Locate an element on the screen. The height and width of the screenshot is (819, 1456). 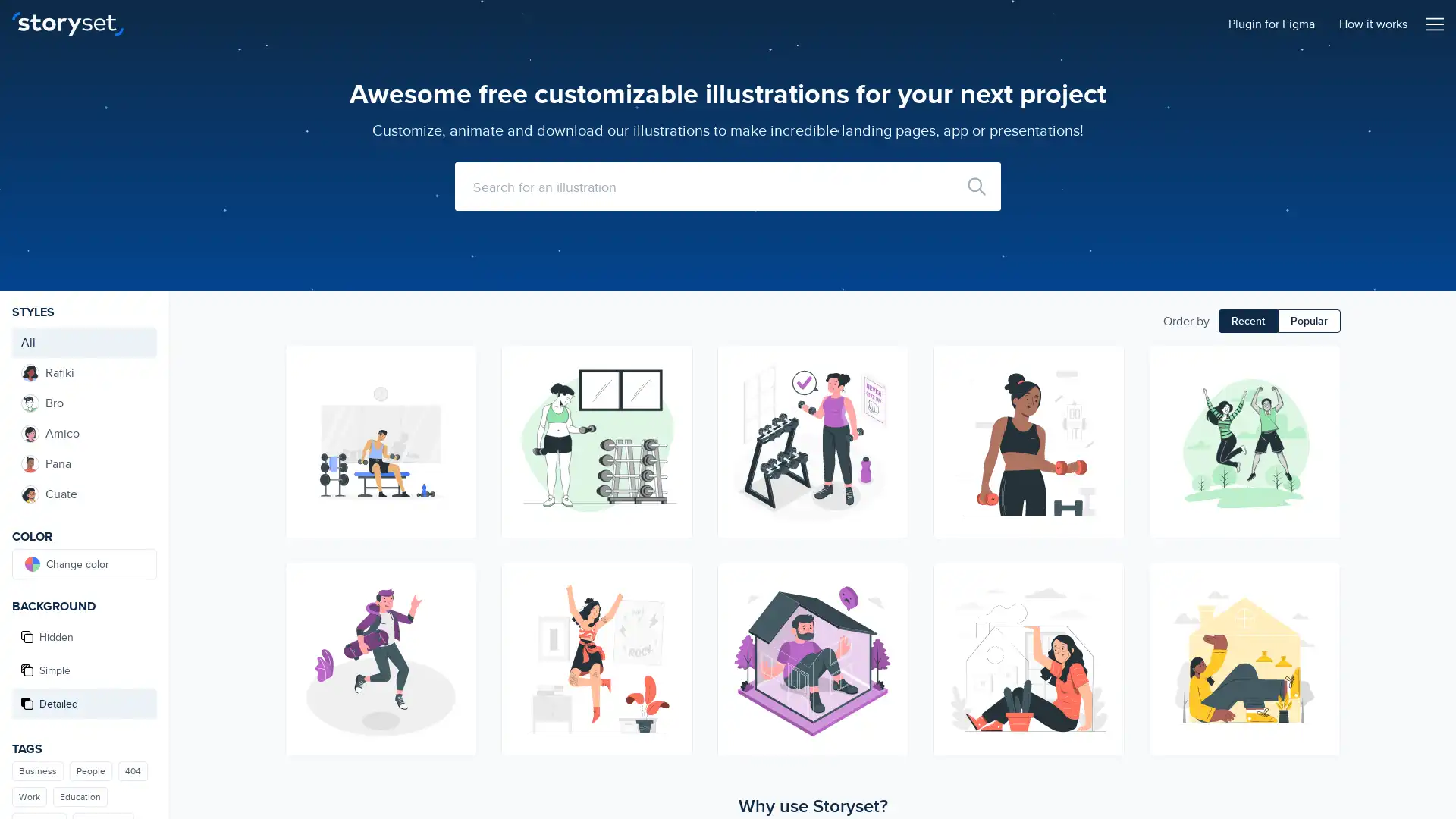
Hidden is located at coordinates (83, 637).